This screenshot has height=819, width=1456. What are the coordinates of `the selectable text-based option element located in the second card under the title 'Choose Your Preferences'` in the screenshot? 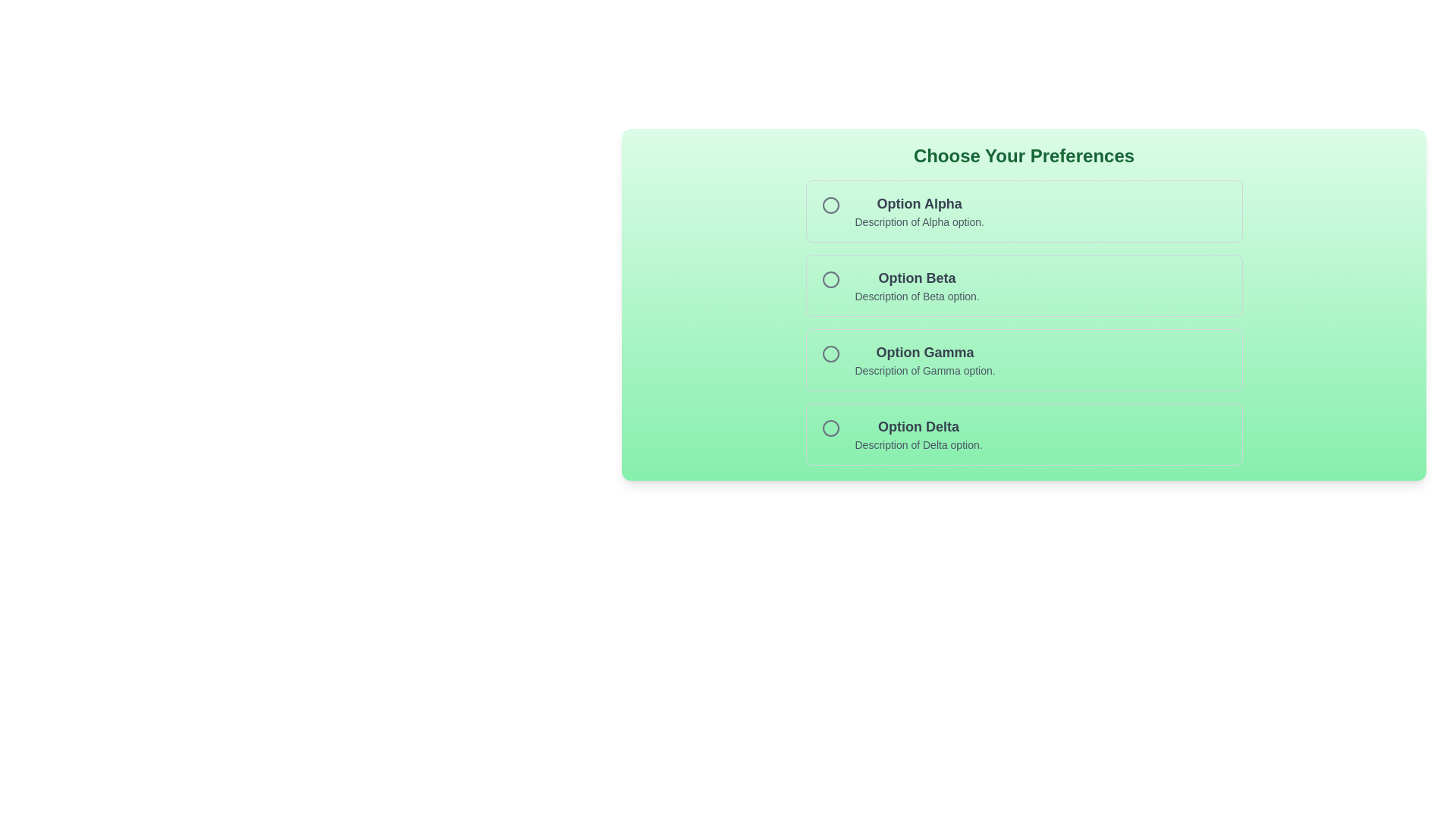 It's located at (916, 286).